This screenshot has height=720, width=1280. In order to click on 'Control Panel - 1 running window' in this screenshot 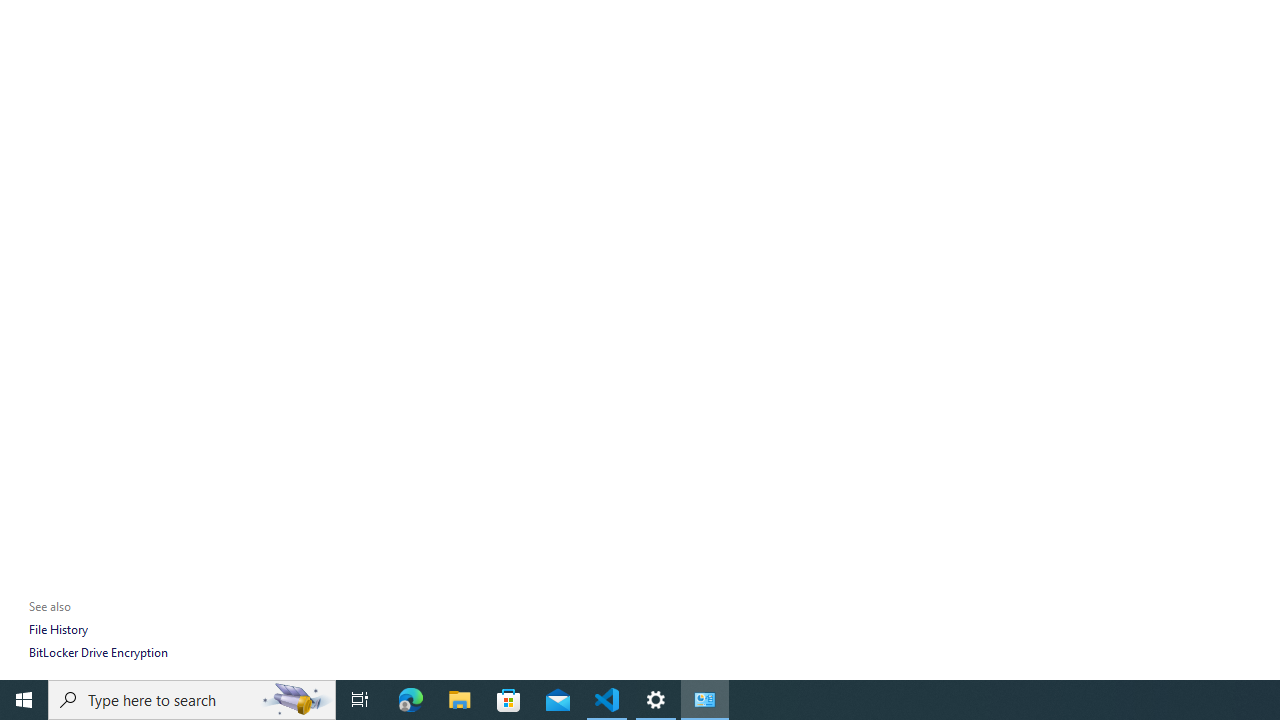, I will do `click(705, 698)`.